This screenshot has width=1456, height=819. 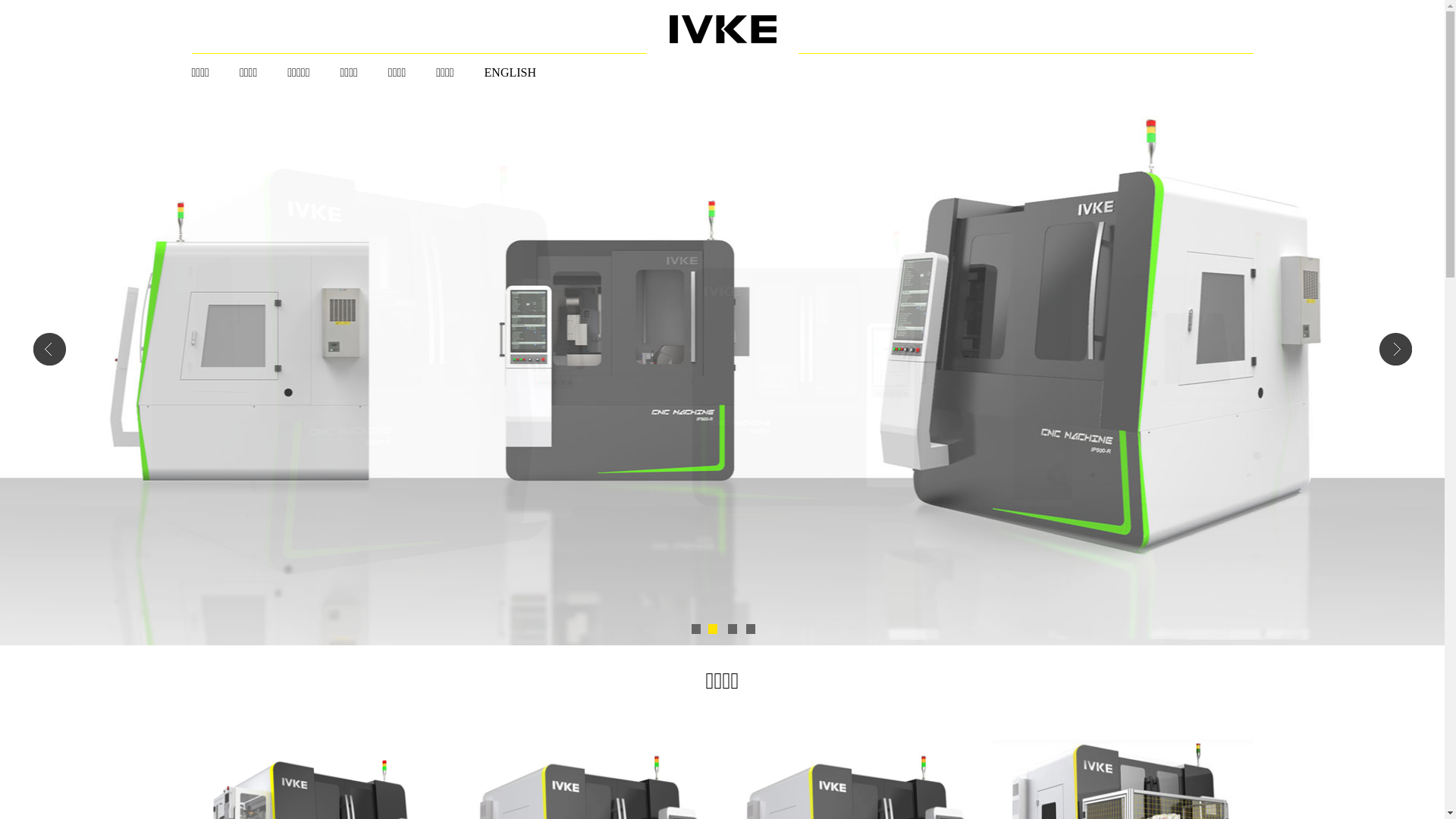 What do you see at coordinates (749, 629) in the screenshot?
I see `'4'` at bounding box center [749, 629].